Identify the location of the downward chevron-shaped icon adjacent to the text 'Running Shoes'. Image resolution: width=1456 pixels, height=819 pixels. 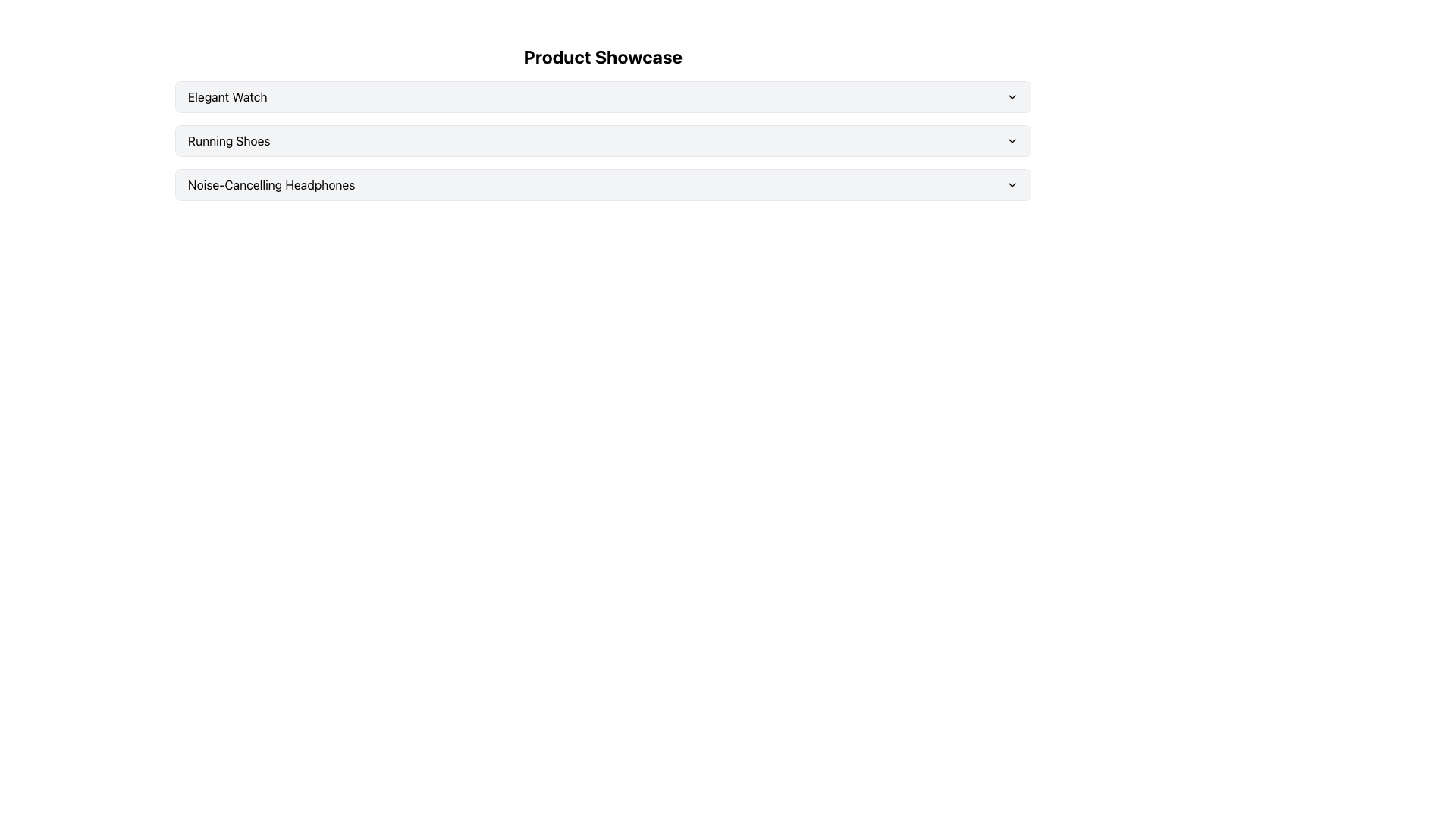
(1012, 140).